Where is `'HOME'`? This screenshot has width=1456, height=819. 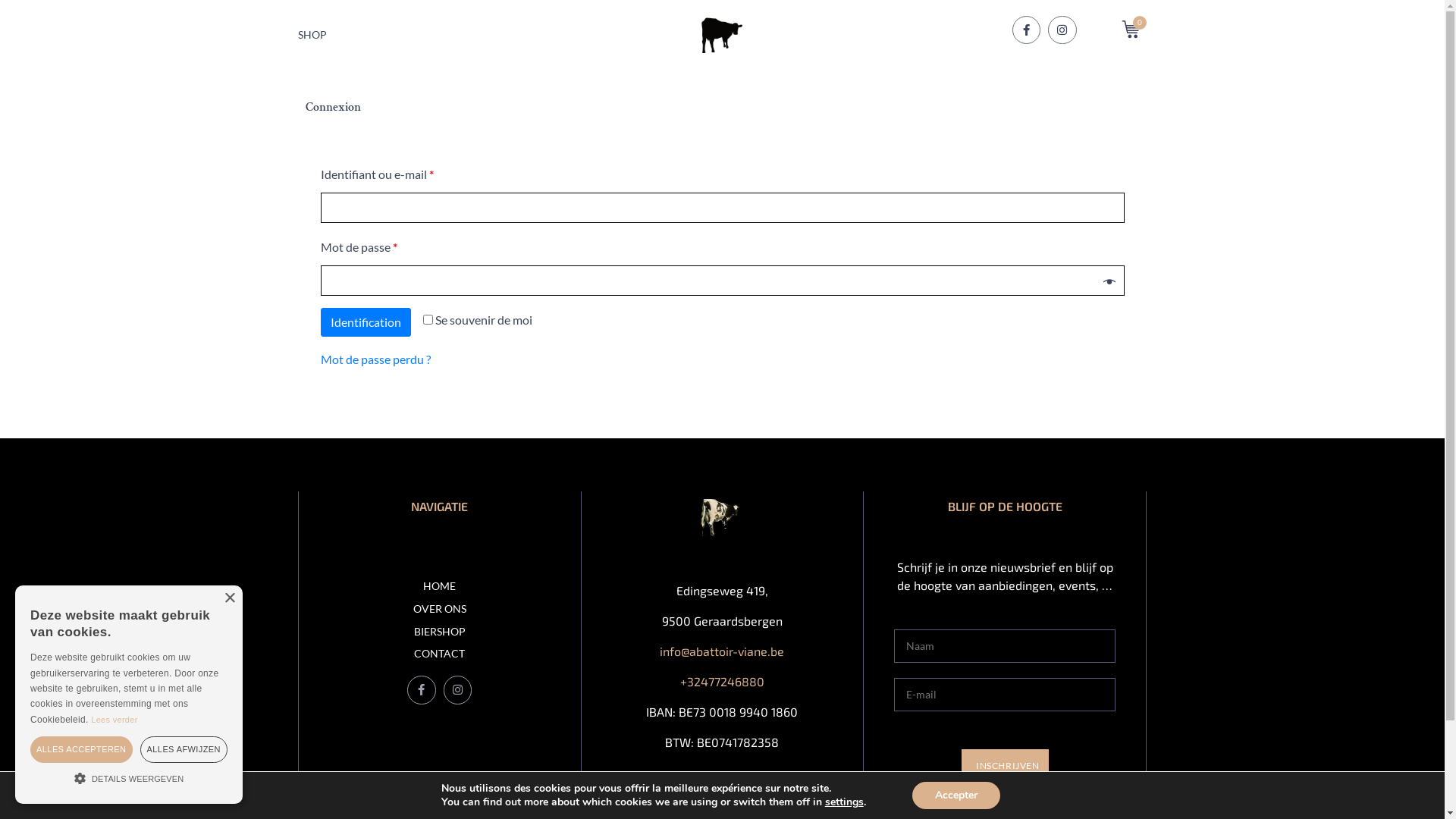
'HOME' is located at coordinates (439, 585).